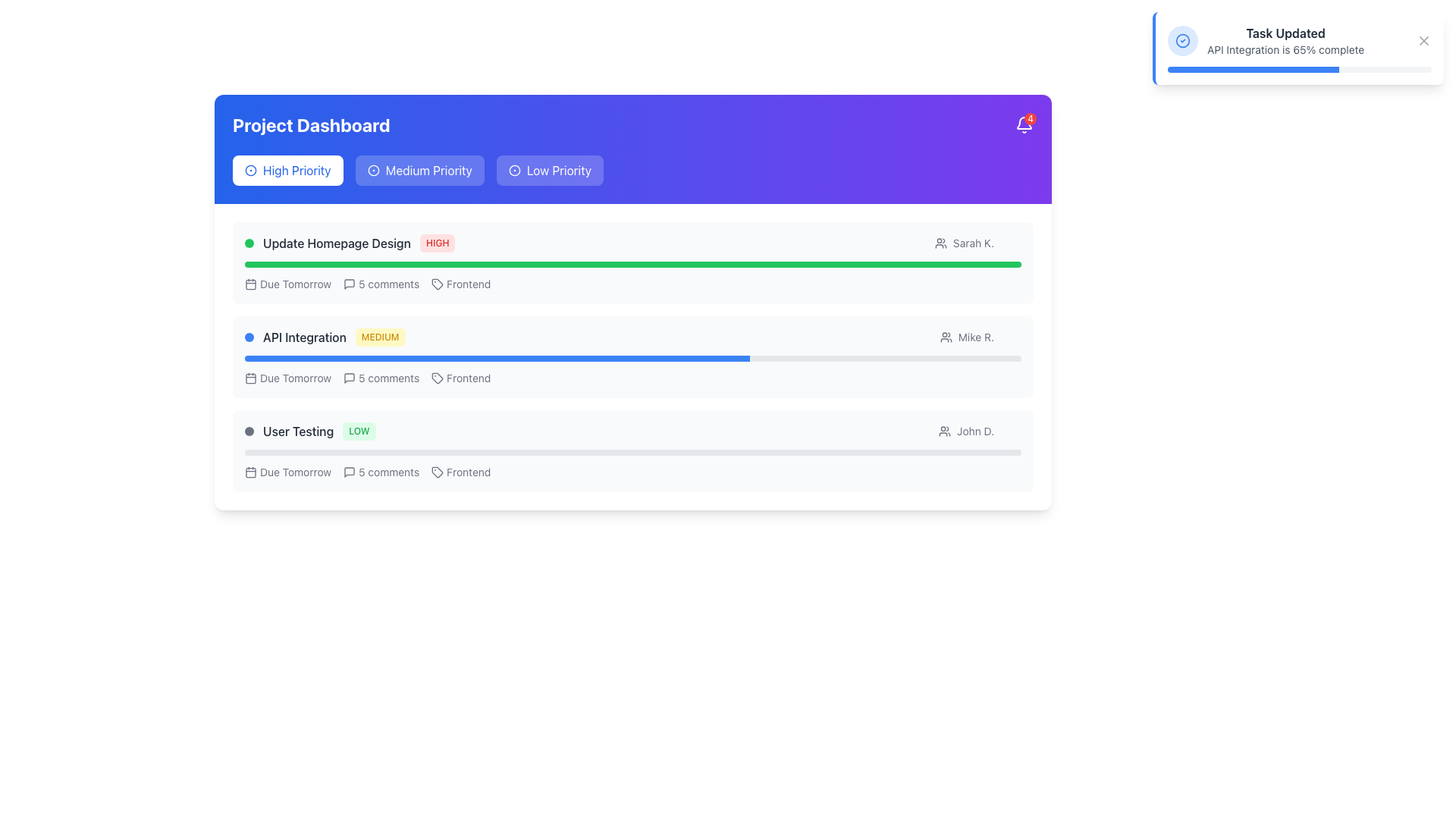 This screenshot has height=819, width=1456. What do you see at coordinates (980, 336) in the screenshot?
I see `the text 'Mike R.' with the accompanying icon on the far right-hand side of the 'API Integration' row` at bounding box center [980, 336].